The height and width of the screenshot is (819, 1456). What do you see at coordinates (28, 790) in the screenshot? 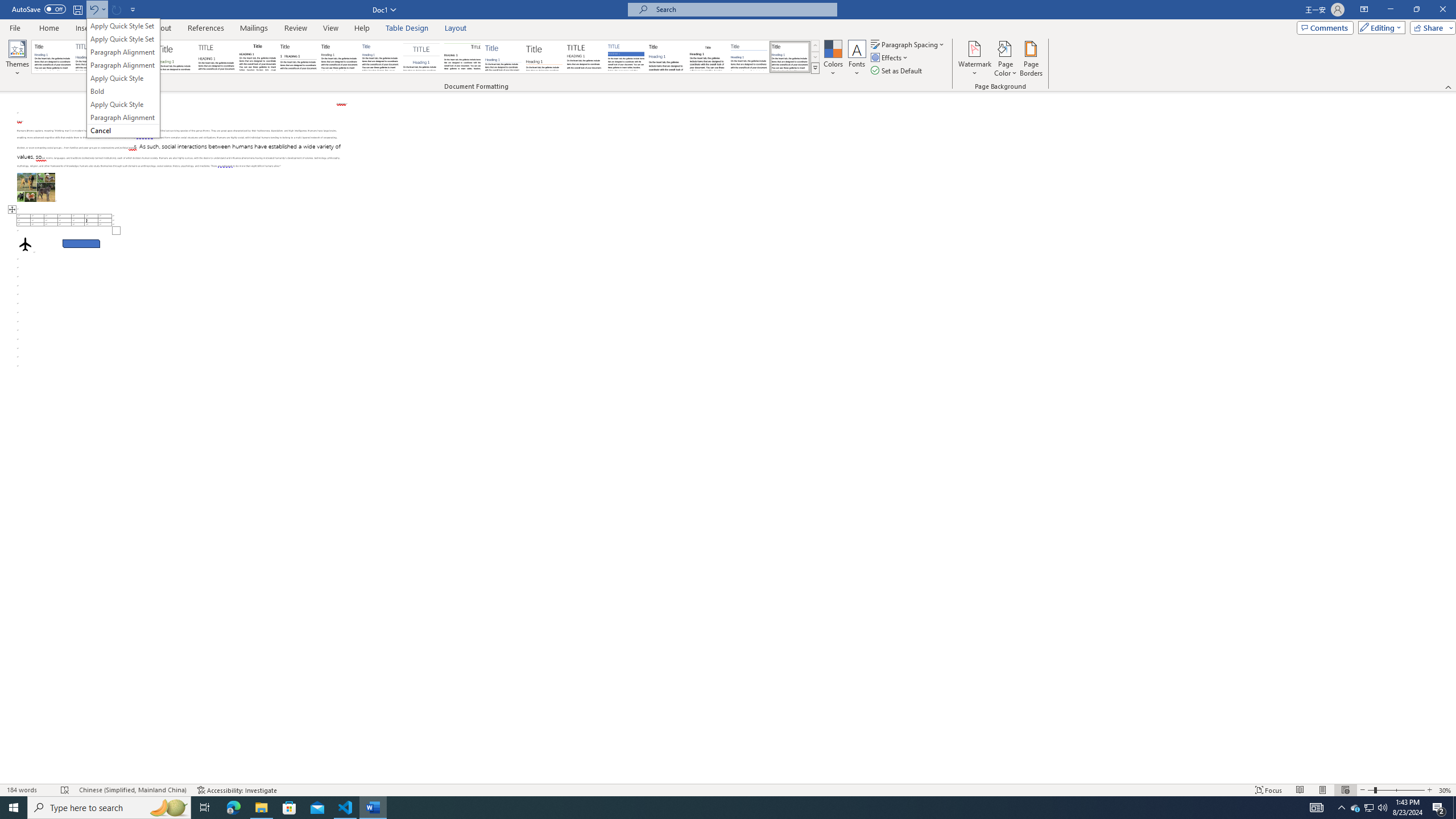
I see `'Word Count 184 words'` at bounding box center [28, 790].